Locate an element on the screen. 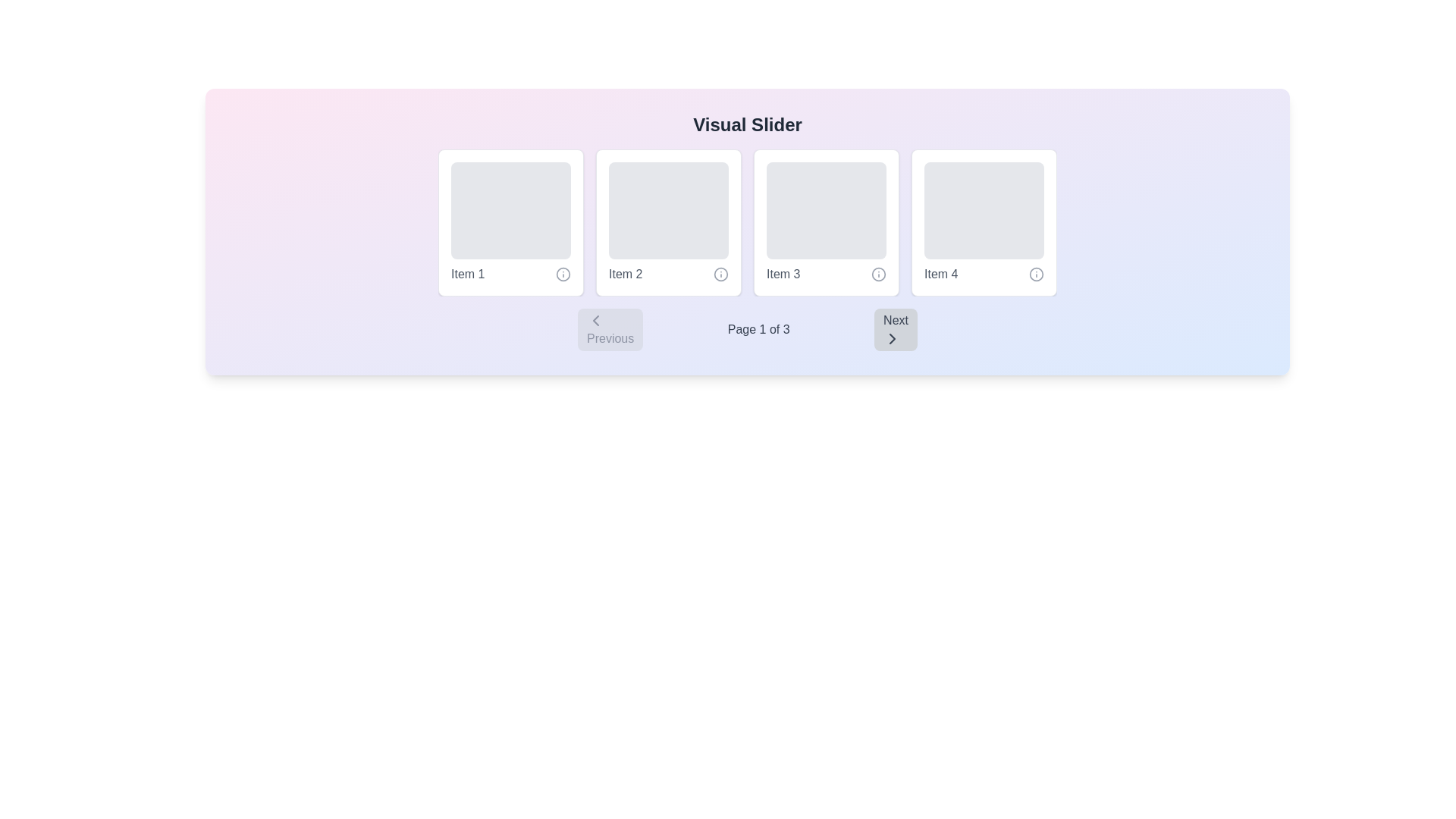 The height and width of the screenshot is (819, 1456). the 'Next' button by clicking on the chevron-right icon located to the right of the pagination display is located at coordinates (893, 338).